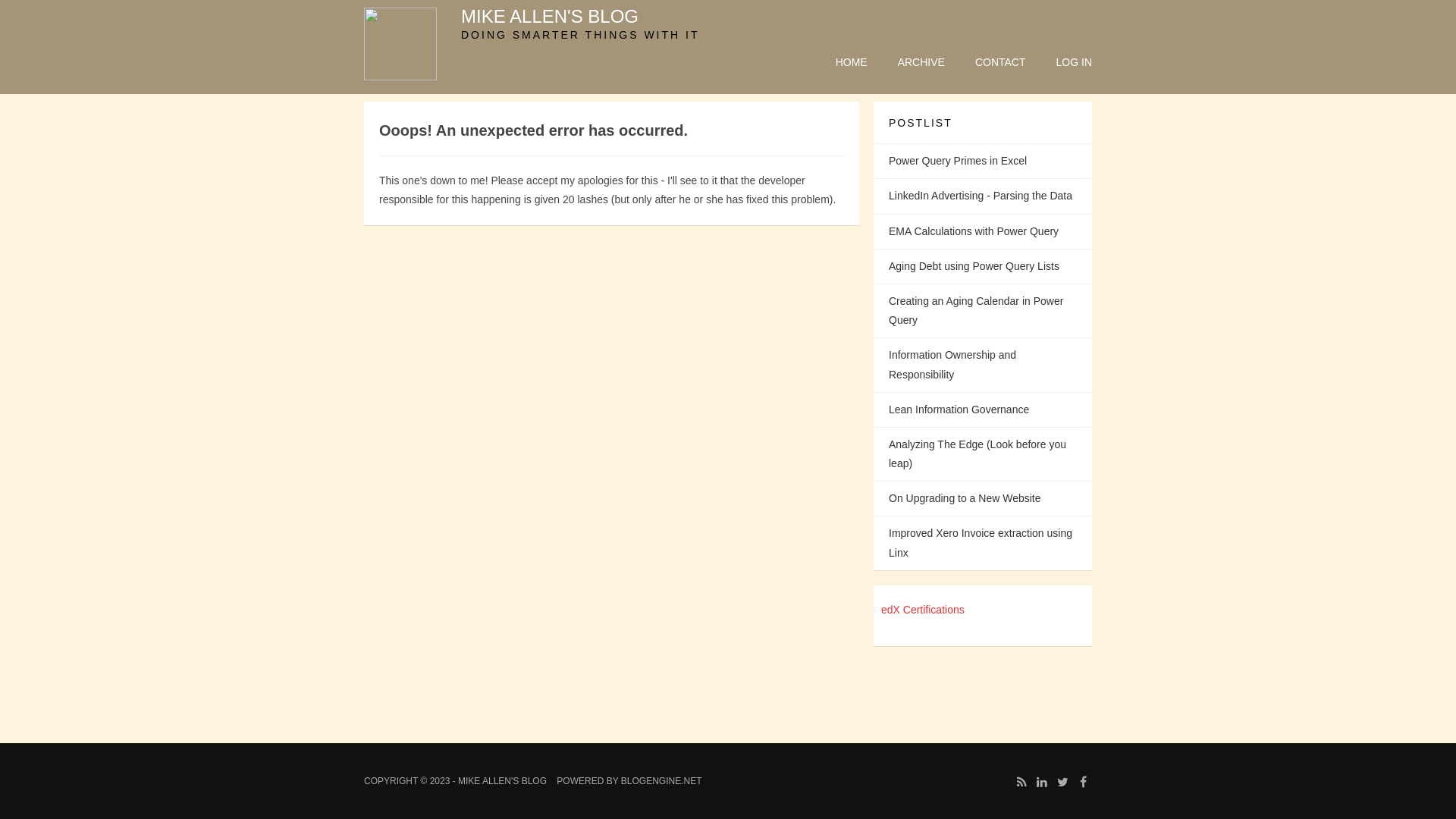  I want to click on 'LOG IN', so click(1073, 61).